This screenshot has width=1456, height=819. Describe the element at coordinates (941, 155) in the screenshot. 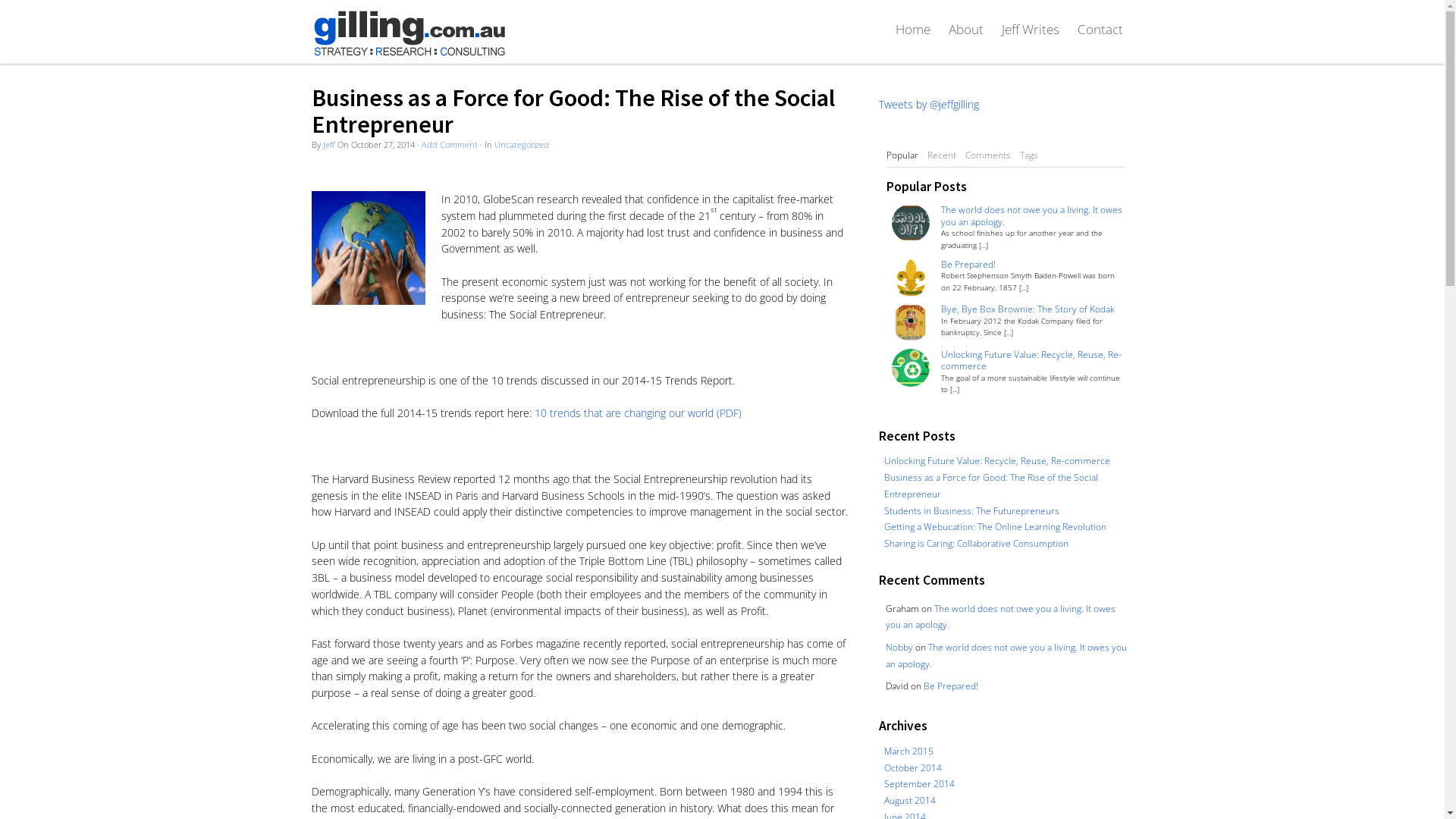

I see `'Recent'` at that location.